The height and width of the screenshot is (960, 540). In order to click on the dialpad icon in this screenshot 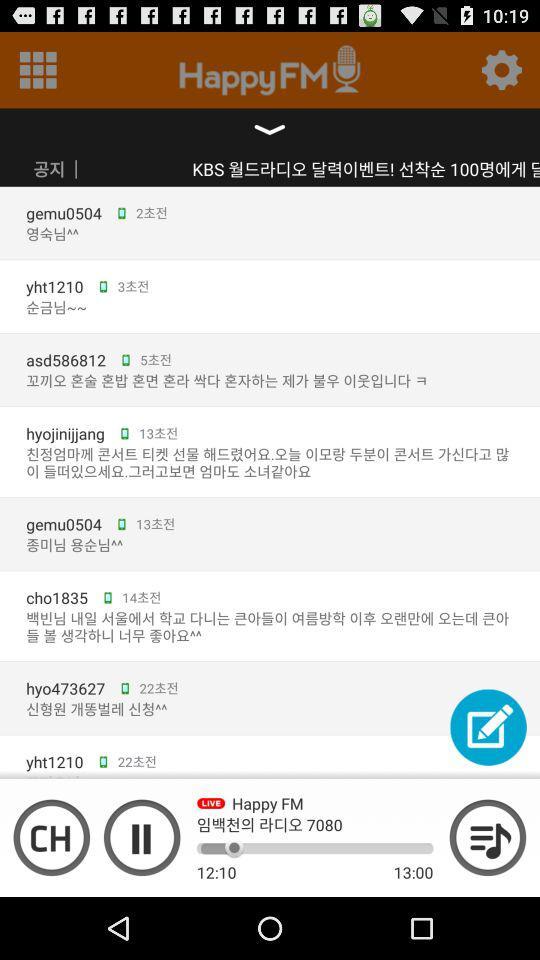, I will do `click(38, 74)`.